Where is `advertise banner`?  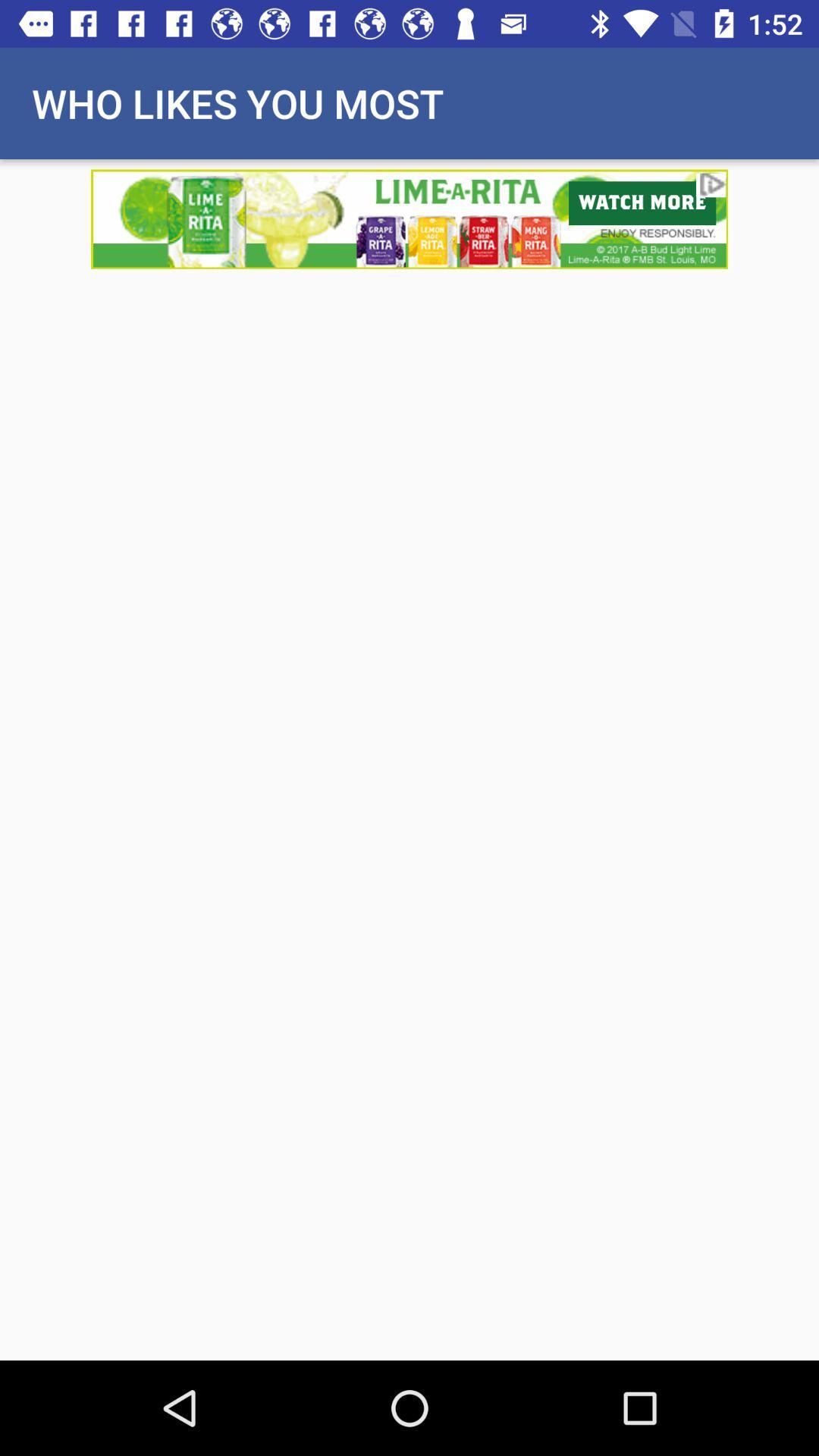 advertise banner is located at coordinates (409, 218).